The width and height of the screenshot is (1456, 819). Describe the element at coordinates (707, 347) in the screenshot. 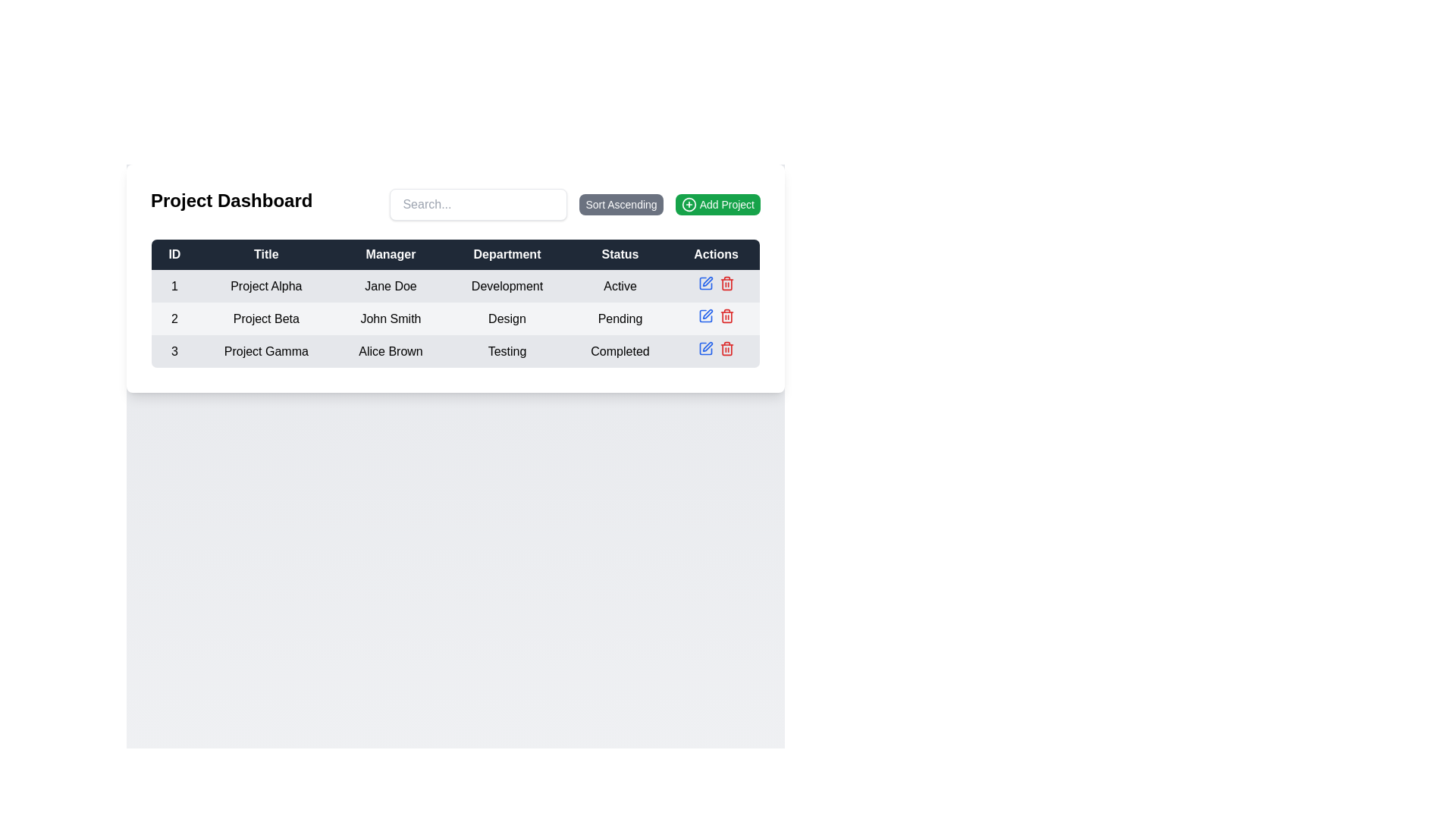

I see `the pen icon button located in the 'Actions' column of the third row of the table, which is styled in a blue outline and indicates editing capabilities` at that location.